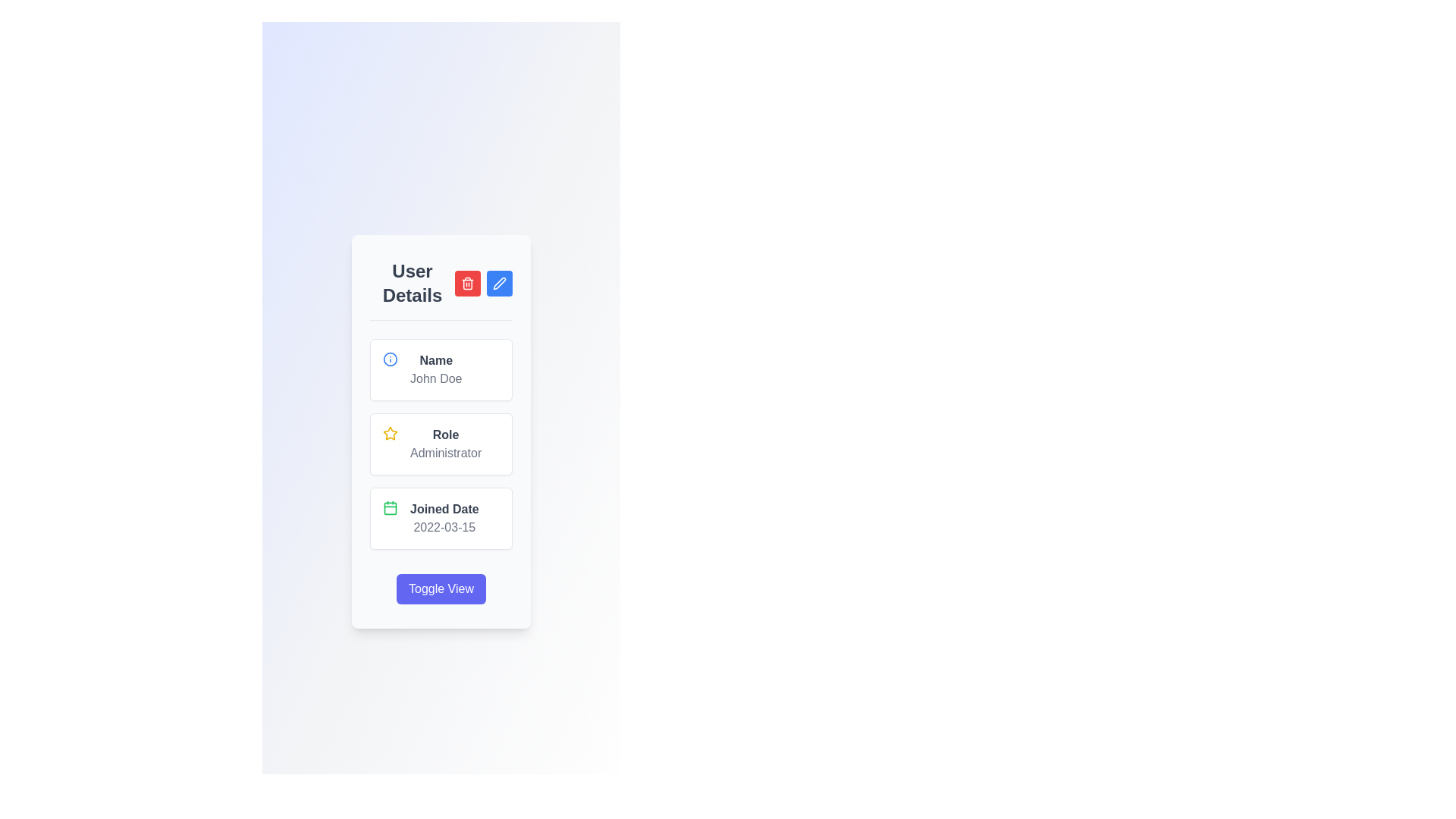  What do you see at coordinates (467, 283) in the screenshot?
I see `the square-shaped button with a red background and white border, featuring a trash bin icon, located in the 'User Details' card` at bounding box center [467, 283].